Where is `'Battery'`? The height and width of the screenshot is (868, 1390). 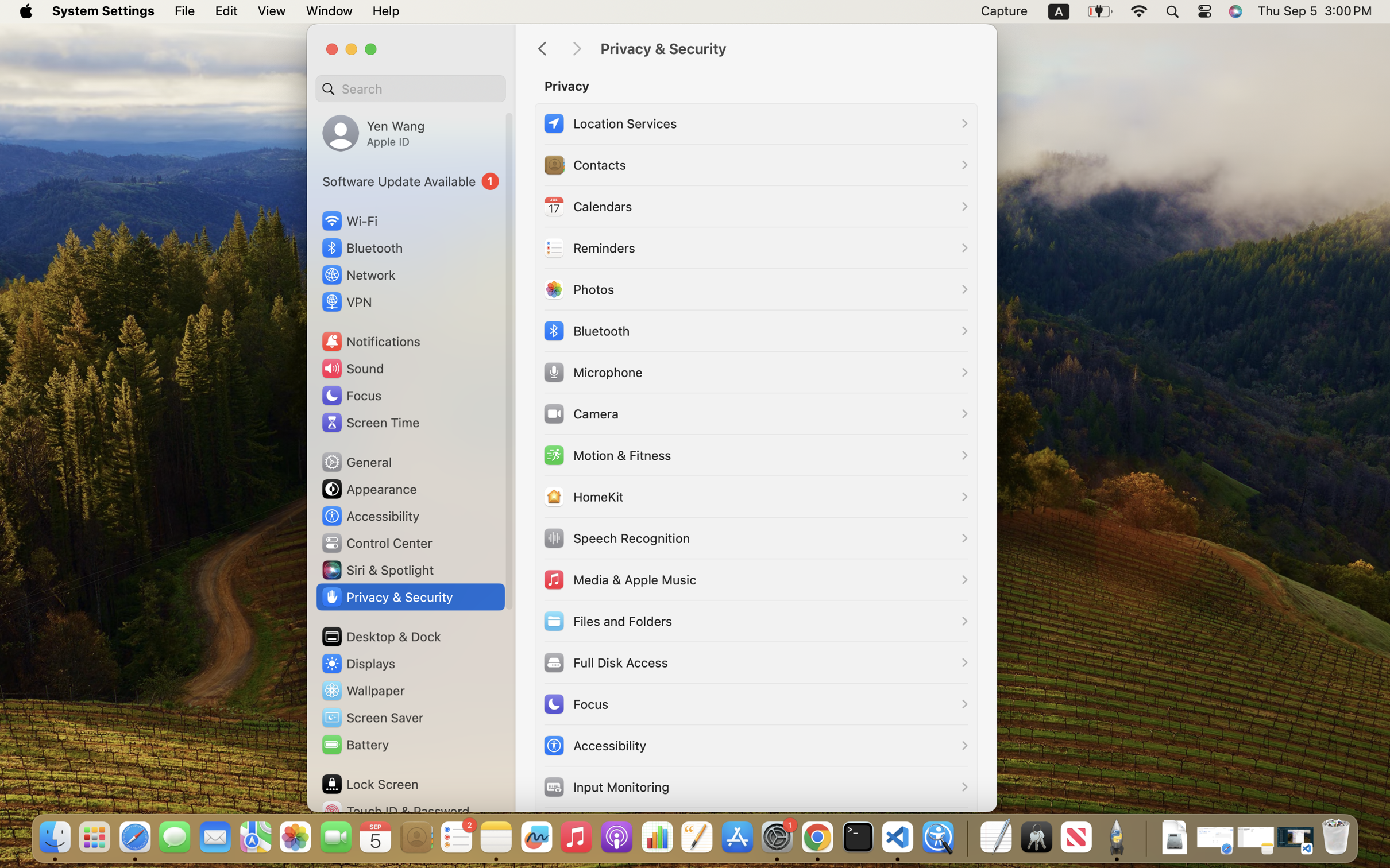
'Battery' is located at coordinates (354, 744).